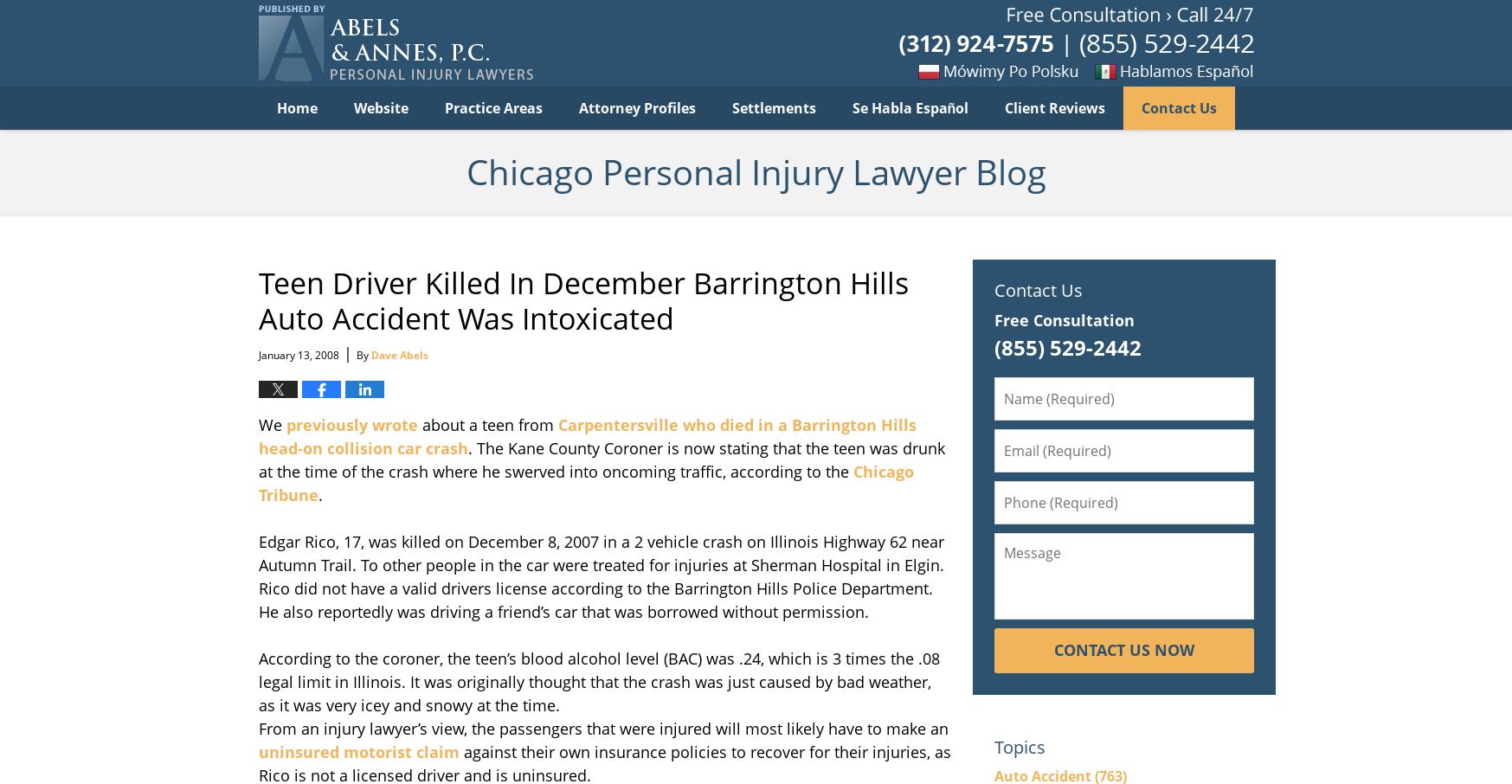 Image resolution: width=1512 pixels, height=784 pixels. What do you see at coordinates (600, 575) in the screenshot?
I see `'Edgar Rico, 17,  was killed on December 8, 2007 in a 2 vehicle crash on Illinois Highway 62 near Autumn Trail.  To other people in the car were treated for injuries at Sherman Hospital in Elgin.  Rico did not have a valid drivers license according to the Barrington Hills Police Department.  He also reportedly was driving a friend’s car that was borrowed without permission.'` at bounding box center [600, 575].